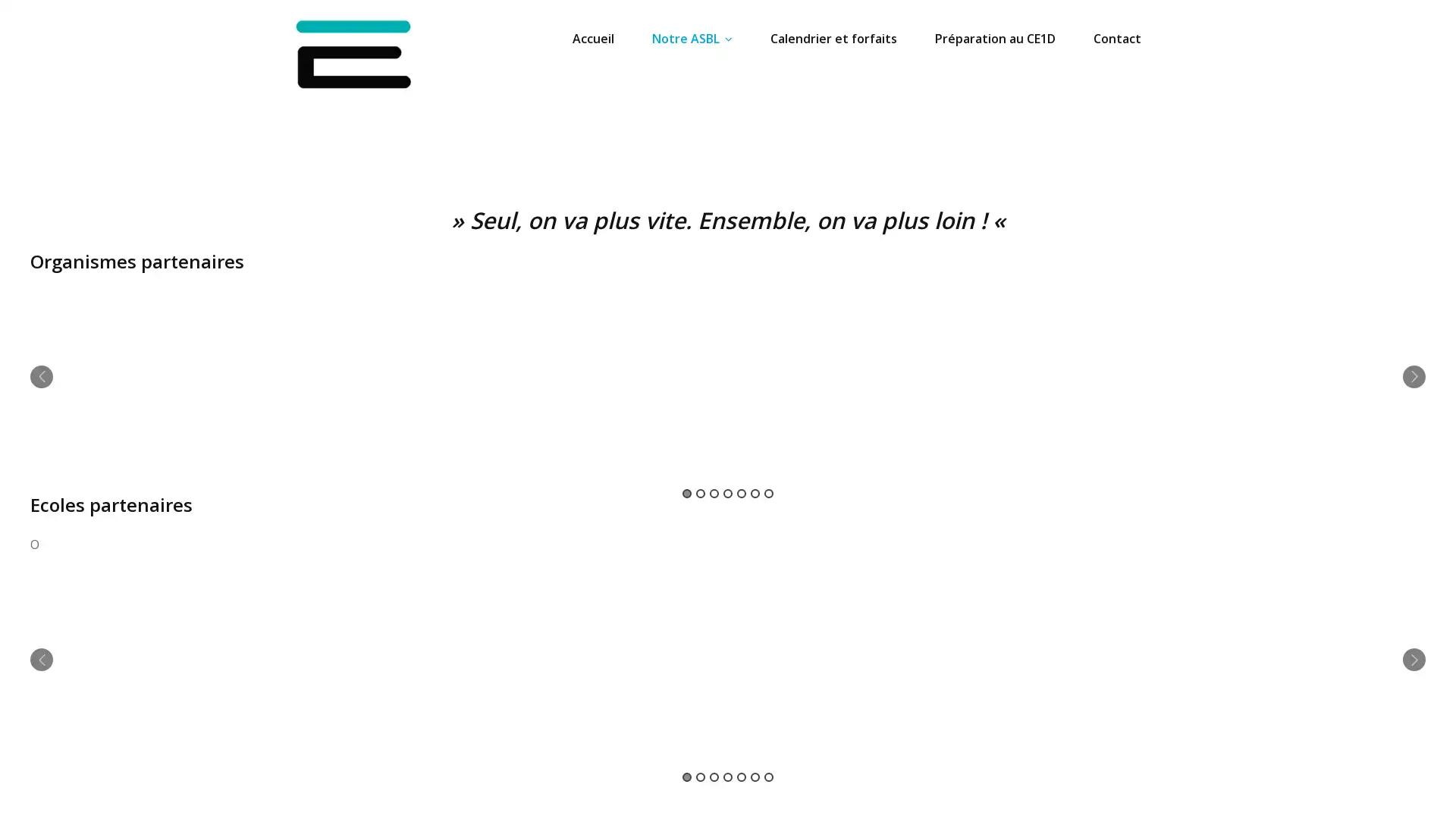 The height and width of the screenshot is (819, 1456). Describe the element at coordinates (1414, 659) in the screenshot. I see `Next` at that location.